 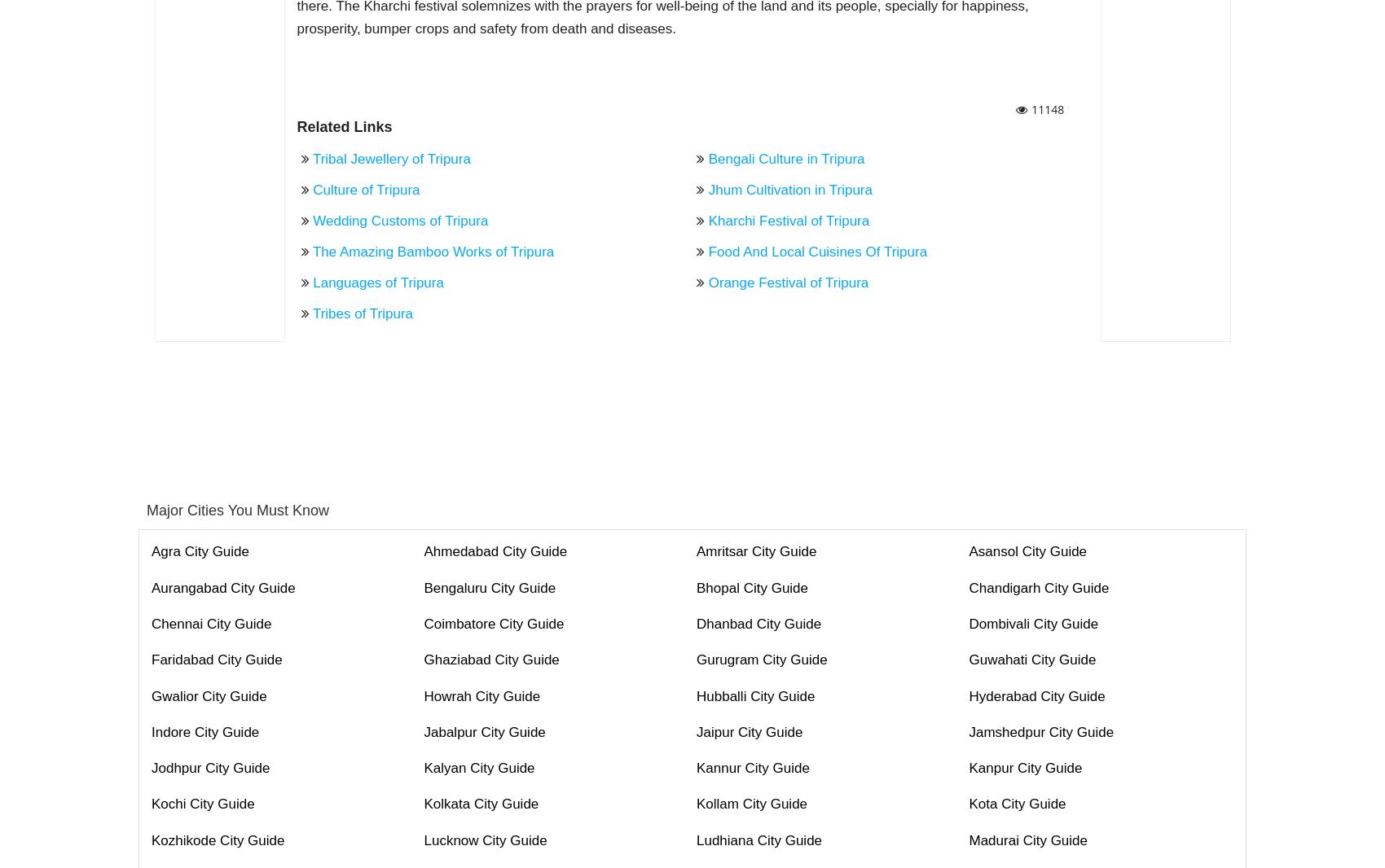 I want to click on 'Dombivali City Guide', so click(x=1032, y=623).